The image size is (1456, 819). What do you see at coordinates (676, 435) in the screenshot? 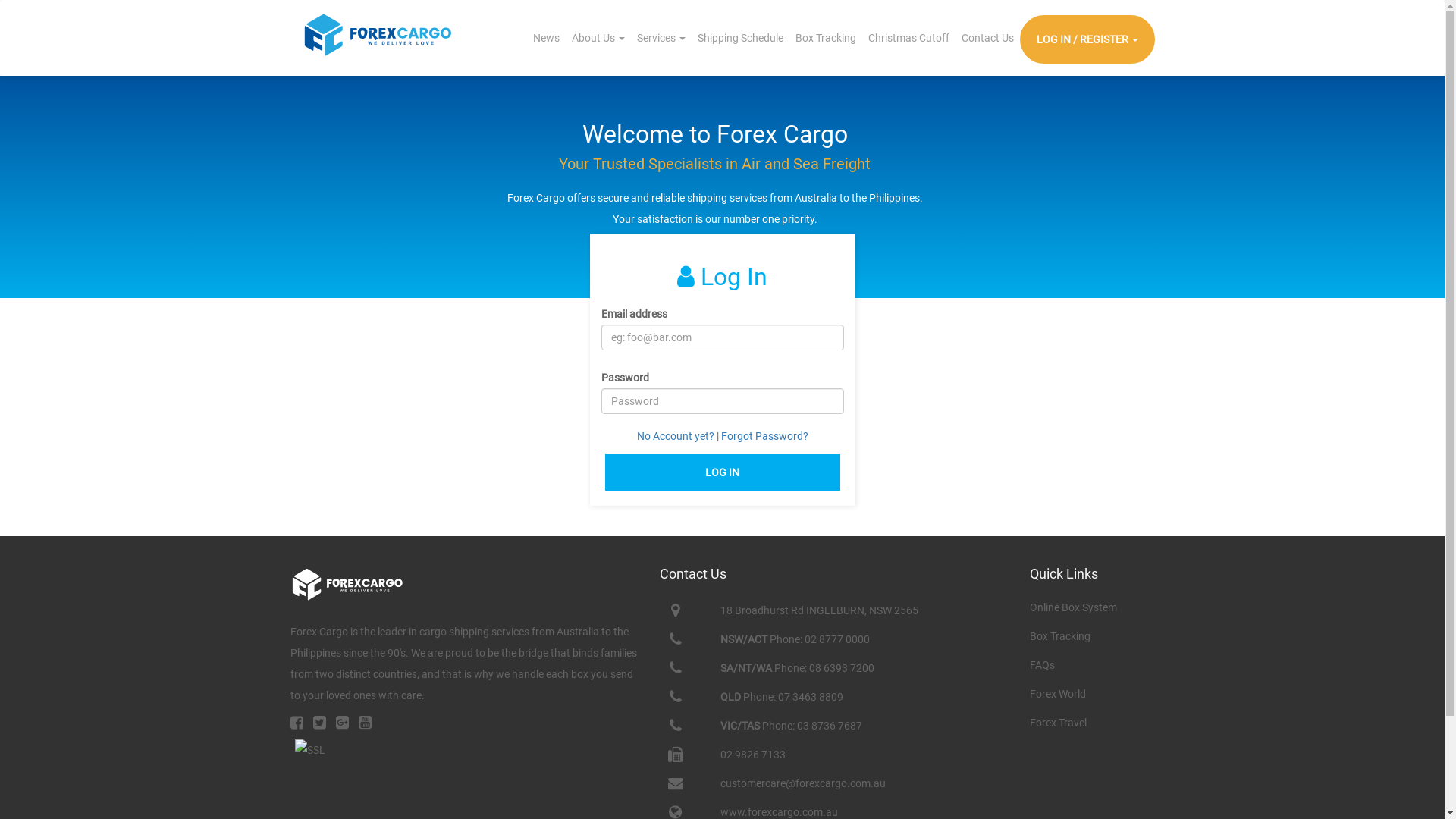
I see `'No Account yet?'` at bounding box center [676, 435].